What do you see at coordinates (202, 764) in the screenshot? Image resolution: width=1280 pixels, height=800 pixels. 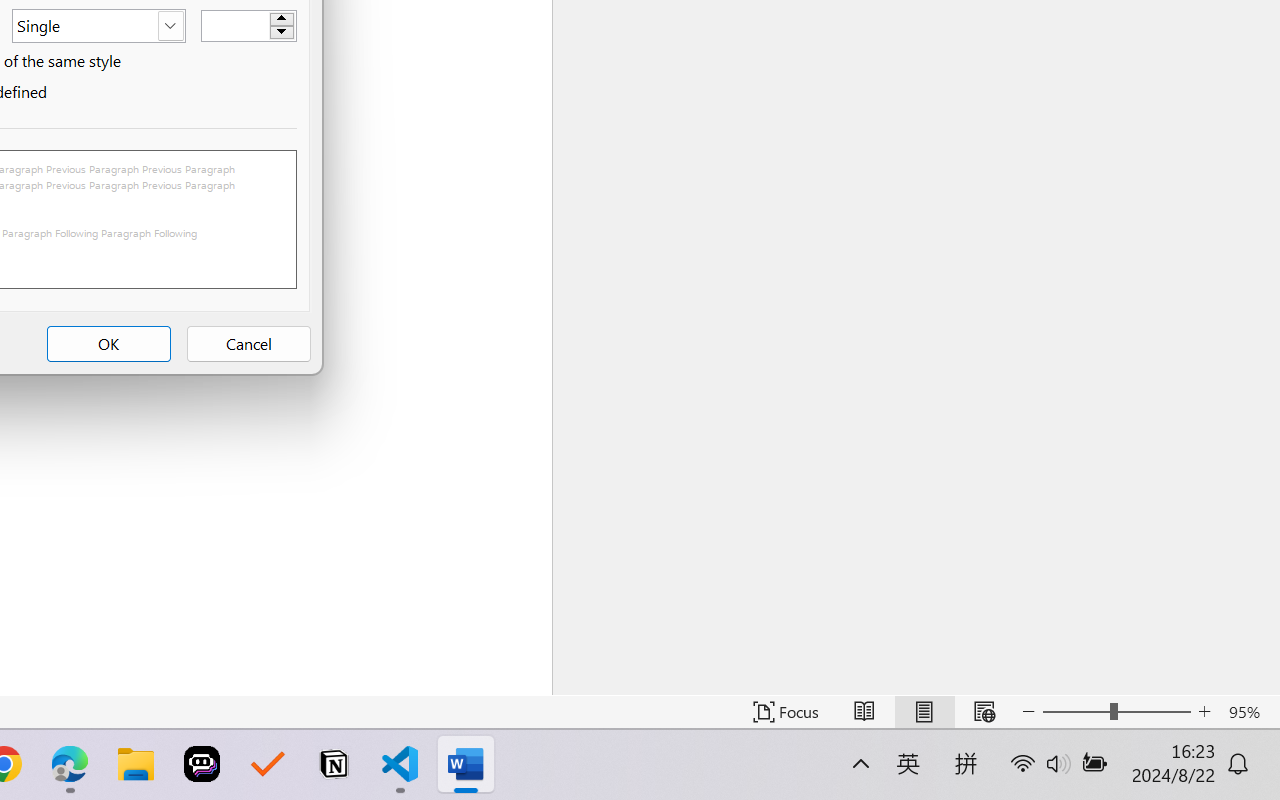 I see `'Poe'` at bounding box center [202, 764].